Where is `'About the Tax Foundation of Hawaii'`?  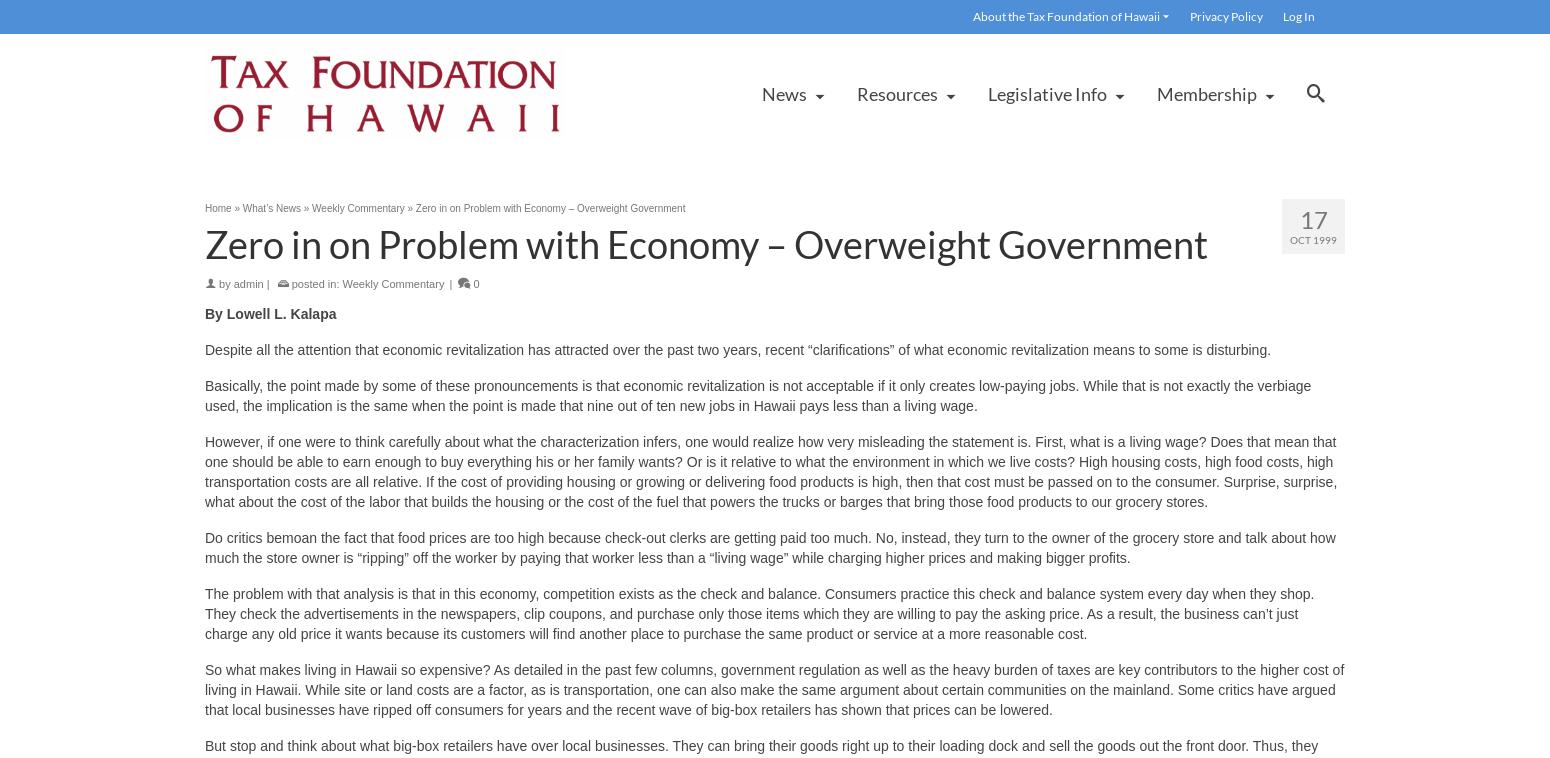
'About the Tax Foundation of Hawaii' is located at coordinates (1066, 15).